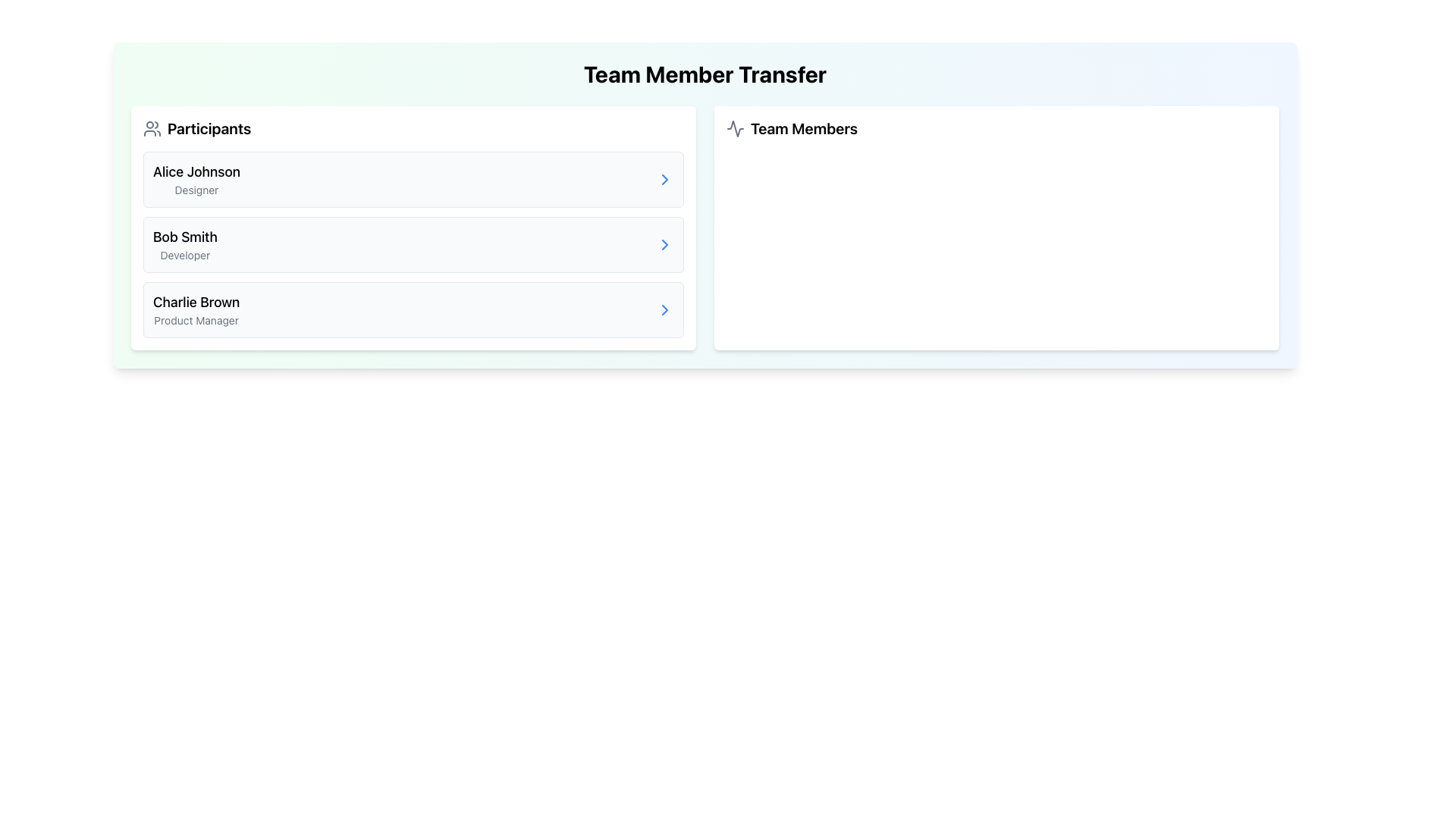  I want to click on the interactive icon indicating navigational functionality related to 'Alice Johnson', so click(665, 178).